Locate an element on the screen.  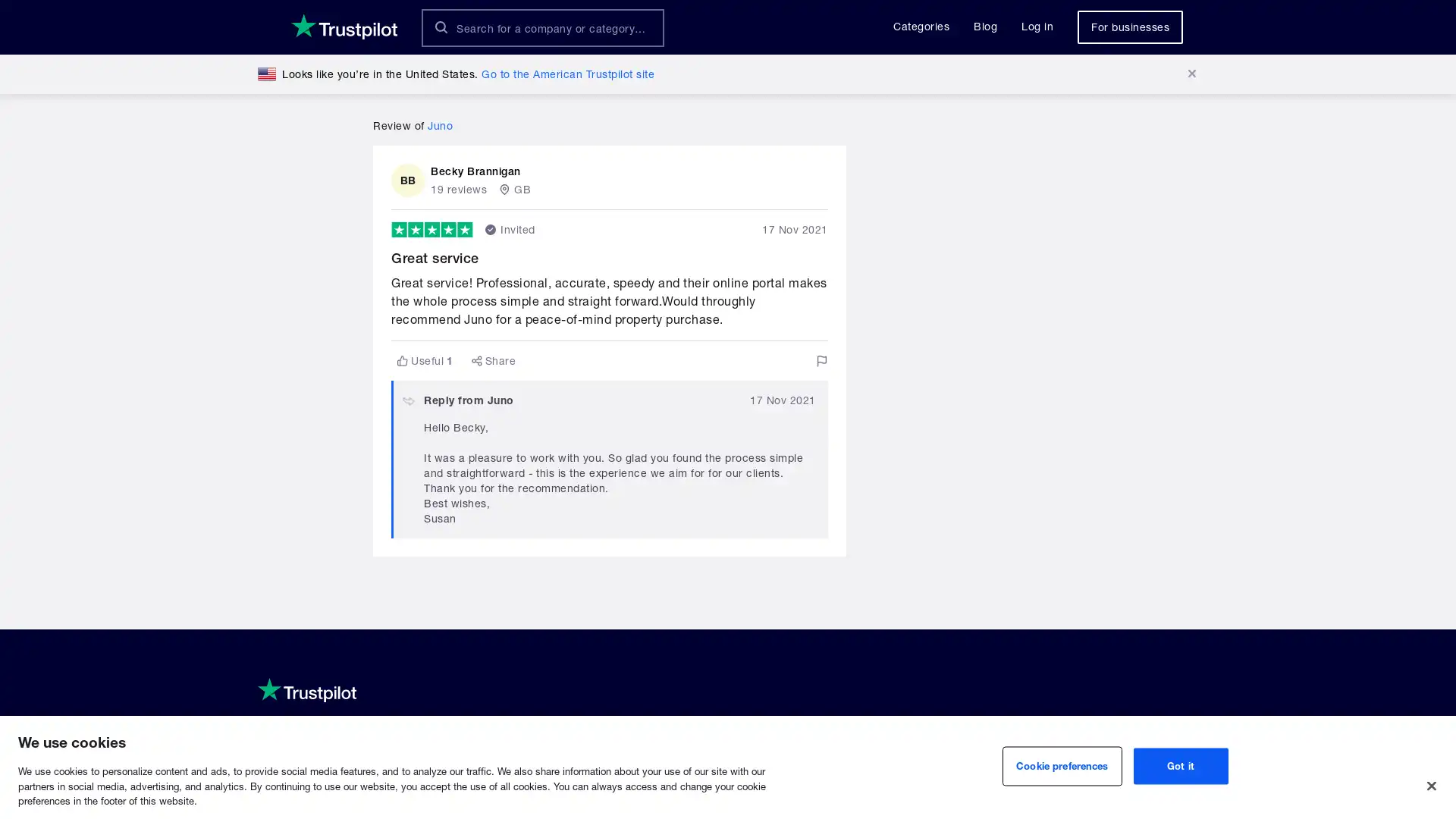
Flag this review is located at coordinates (821, 360).